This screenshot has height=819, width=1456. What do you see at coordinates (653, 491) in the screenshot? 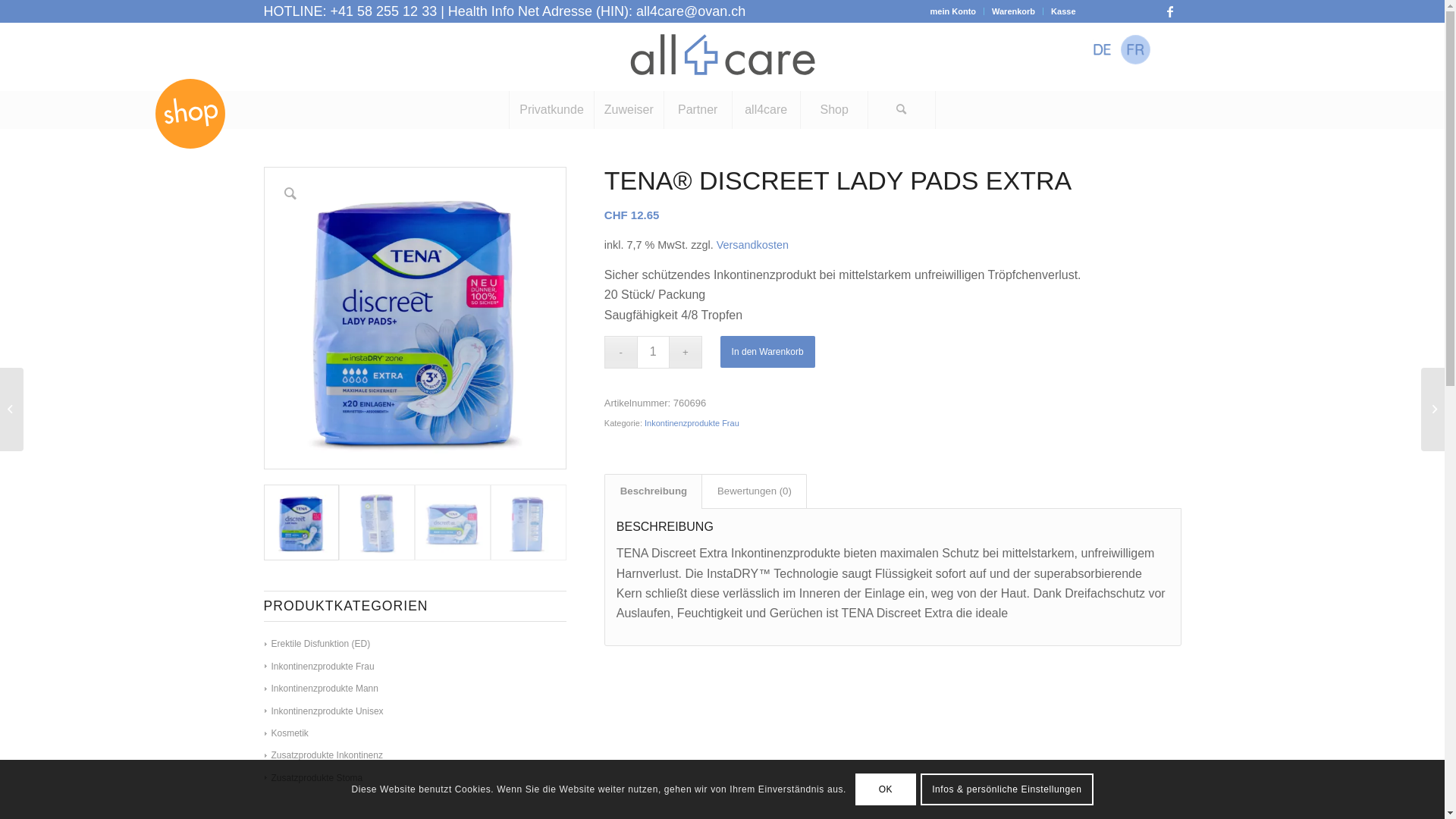
I see `'Beschreibung'` at bounding box center [653, 491].